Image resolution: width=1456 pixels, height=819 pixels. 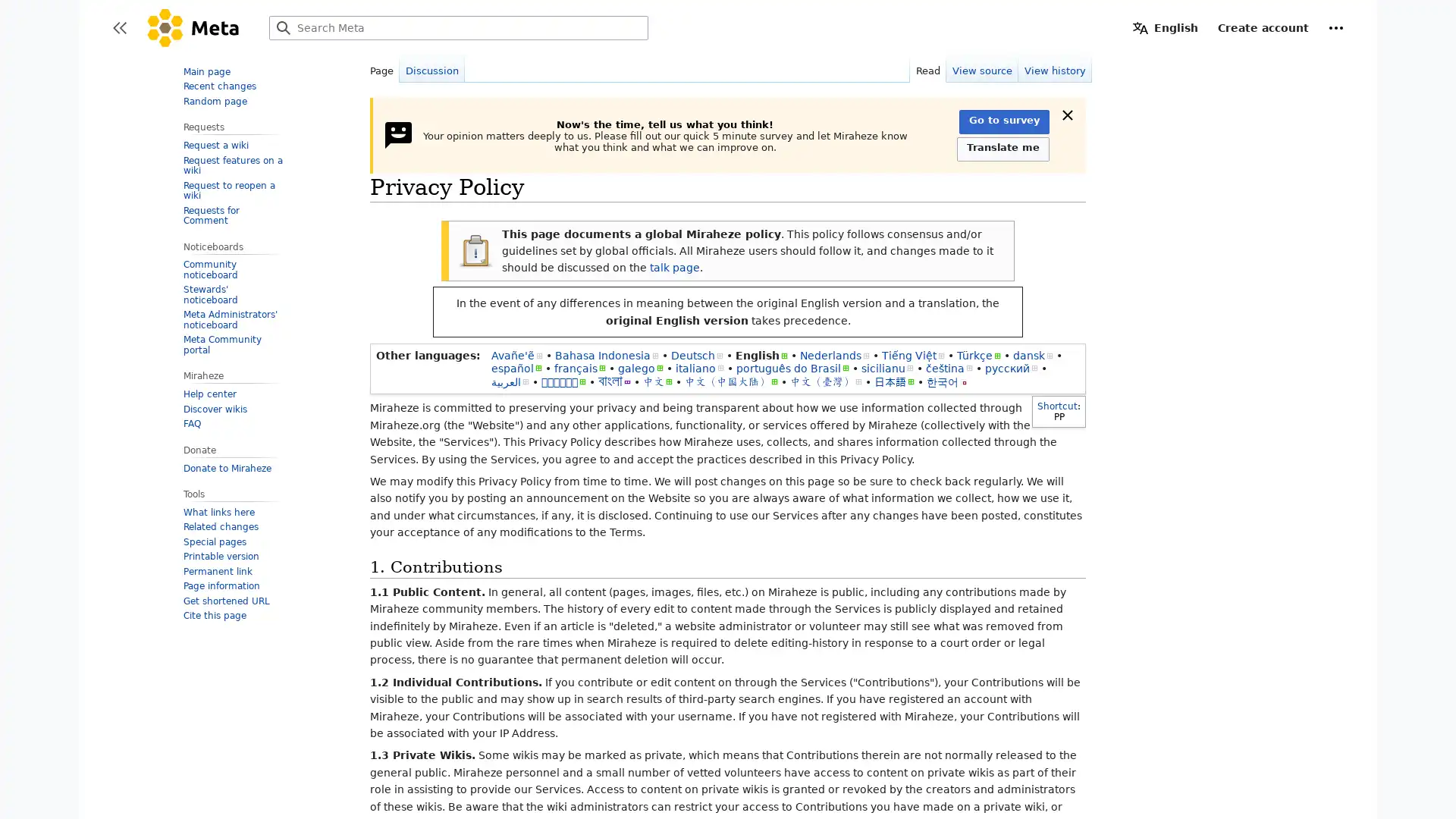 I want to click on Toggle sidebar, so click(x=119, y=28).